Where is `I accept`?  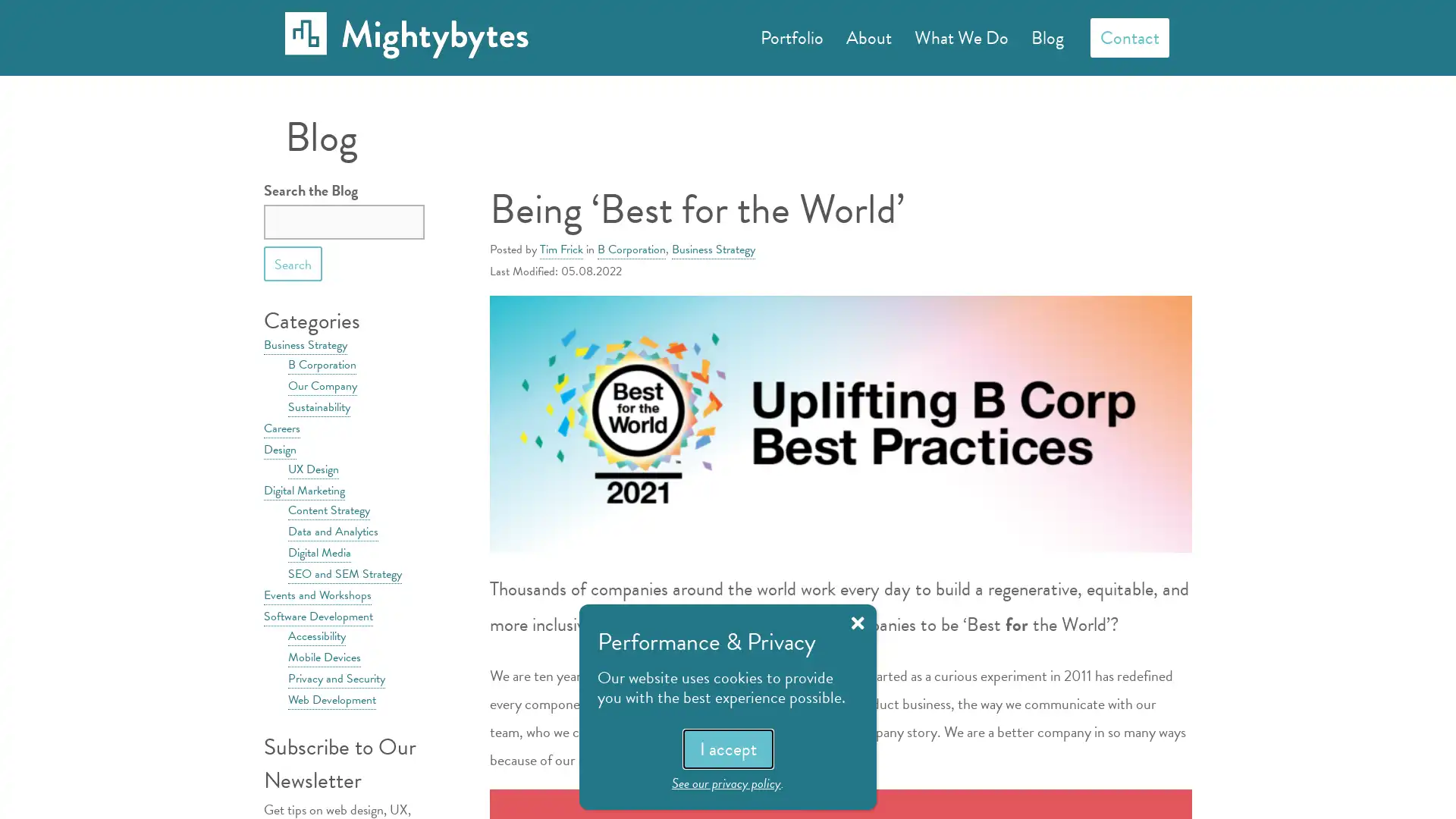 I accept is located at coordinates (726, 748).